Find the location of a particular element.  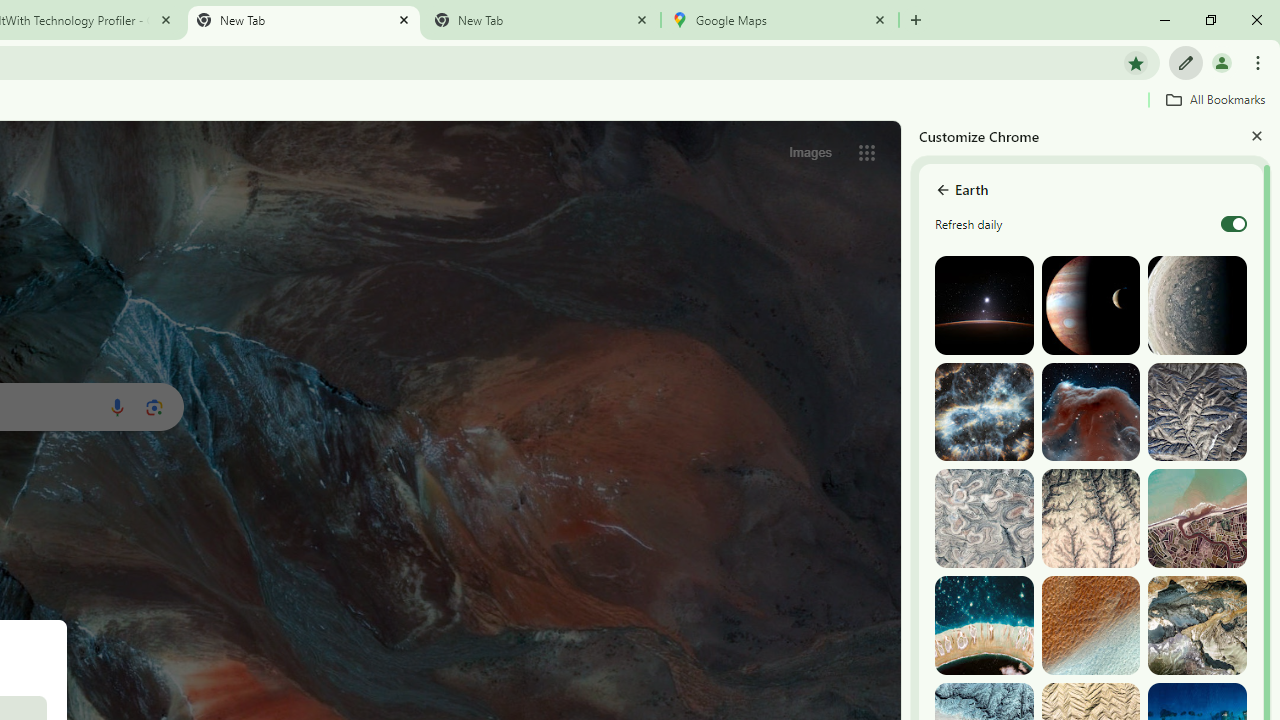

'Minimize' is located at coordinates (1165, 20).